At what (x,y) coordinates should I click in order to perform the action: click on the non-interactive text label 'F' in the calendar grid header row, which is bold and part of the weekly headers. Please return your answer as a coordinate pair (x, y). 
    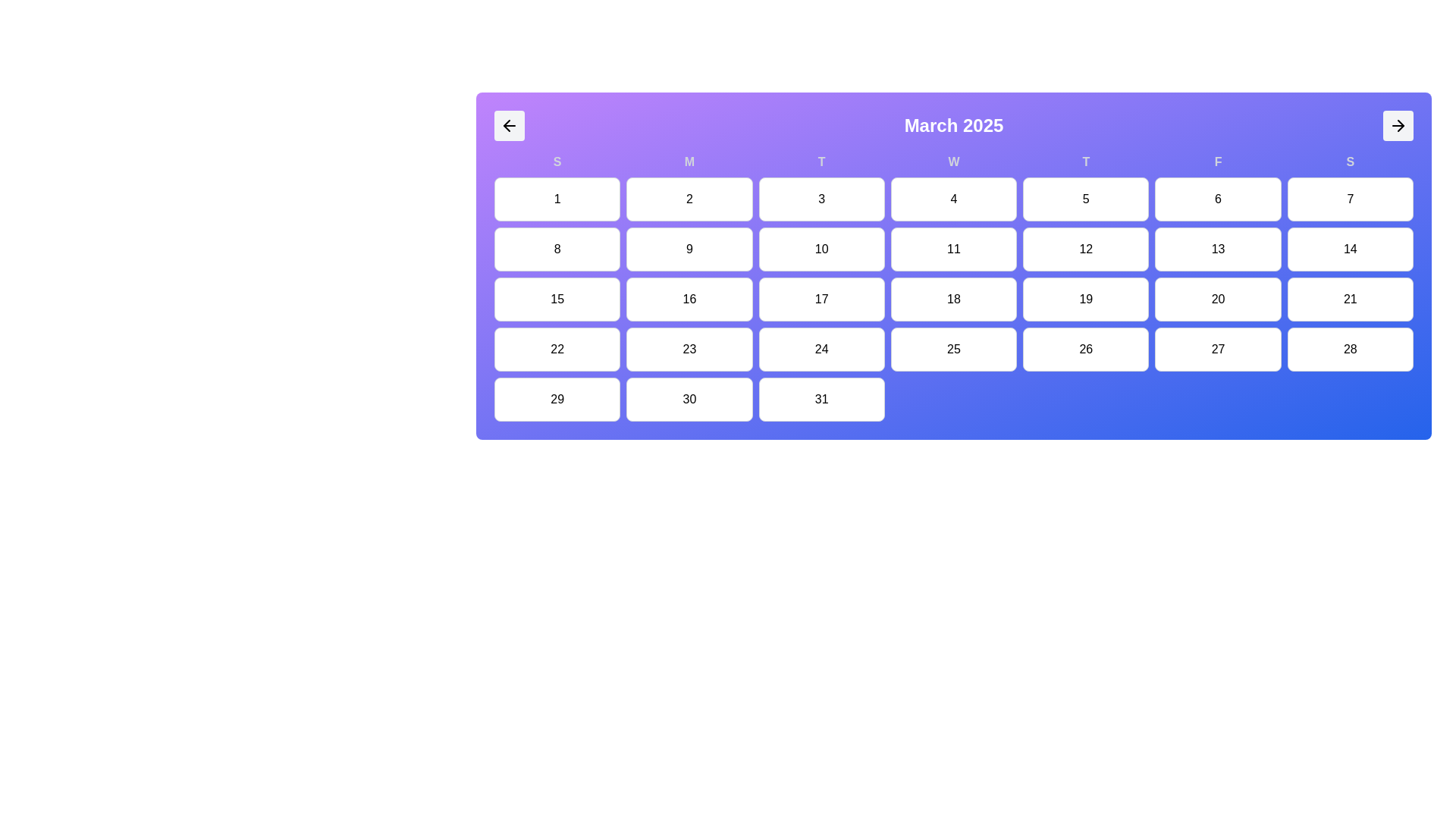
    Looking at the image, I should click on (1218, 162).